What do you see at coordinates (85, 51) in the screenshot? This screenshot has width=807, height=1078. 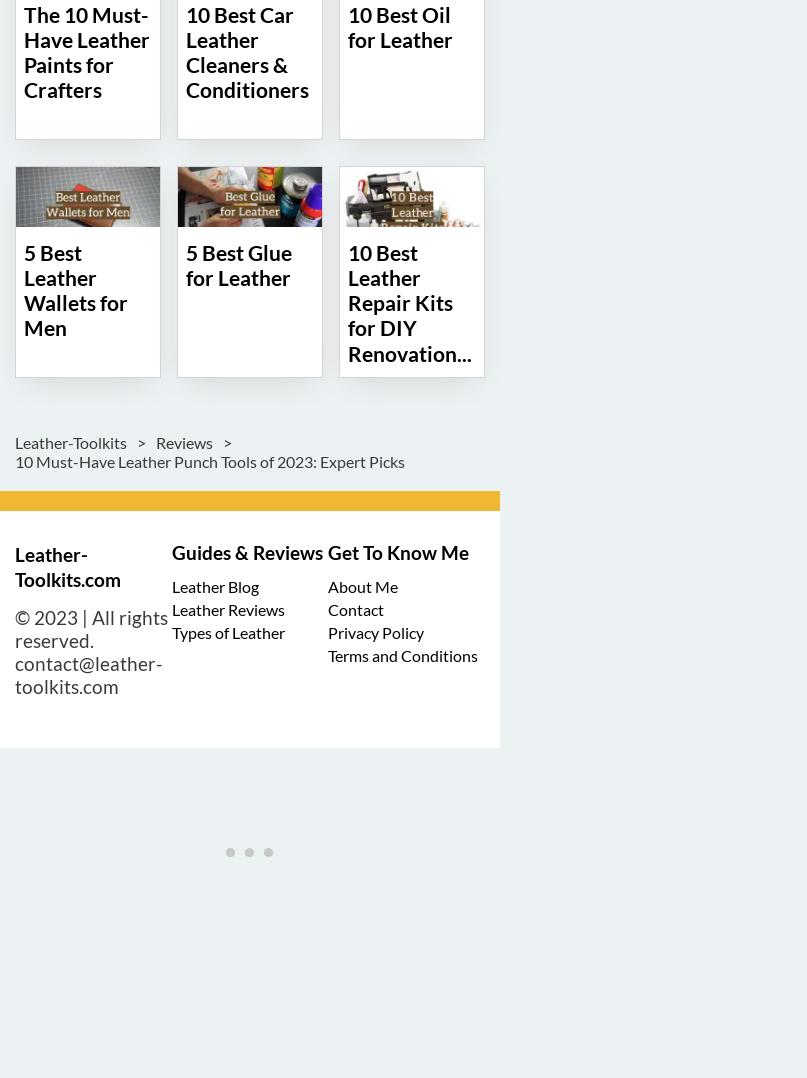 I see `'The 10 Must-Have Leather Paints for Crafters'` at bounding box center [85, 51].